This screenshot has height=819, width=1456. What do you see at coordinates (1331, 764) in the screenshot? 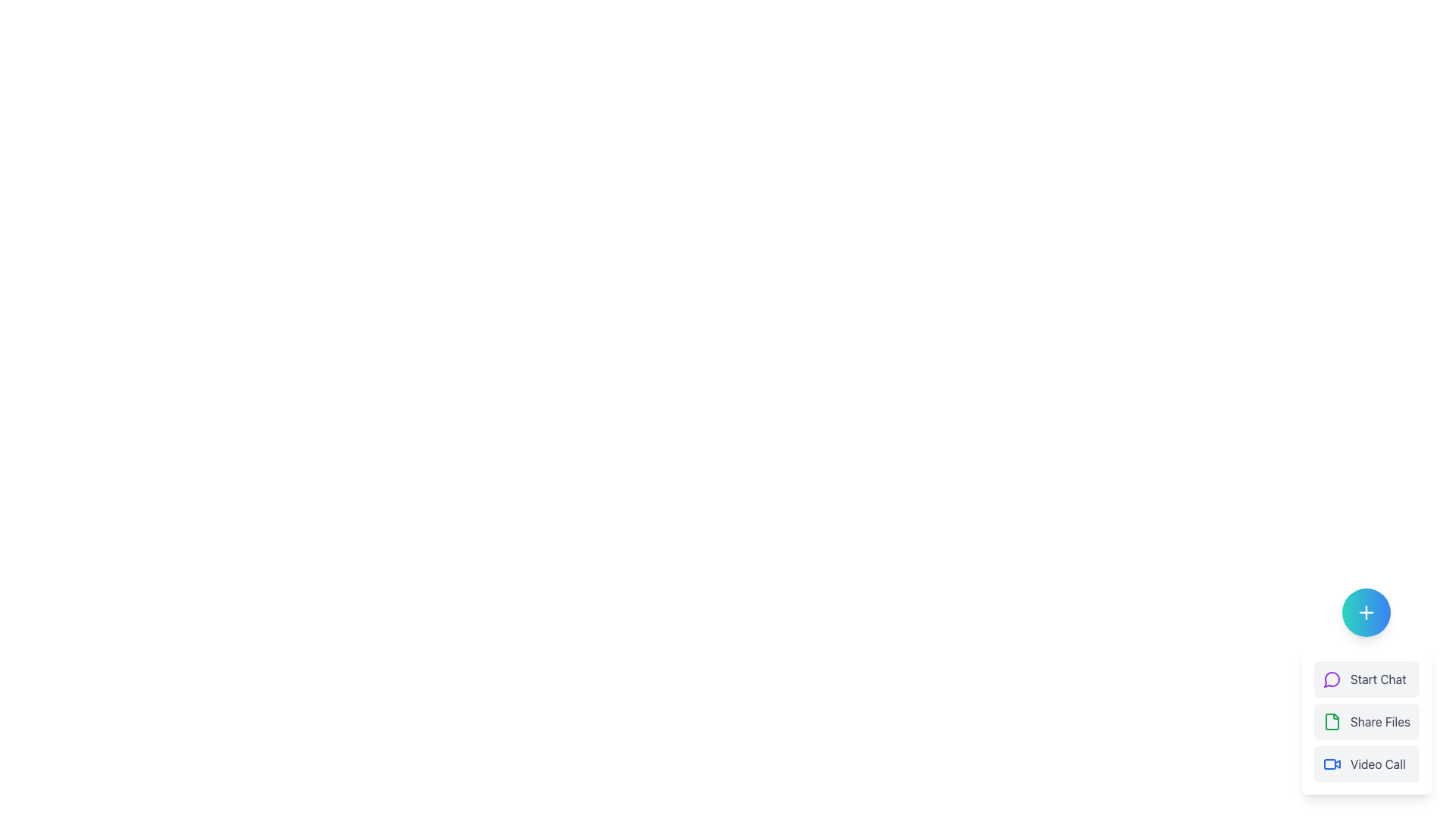
I see `the video call icon located within the 'Video Call' button at the bottom of the vertical list of buttons` at bounding box center [1331, 764].